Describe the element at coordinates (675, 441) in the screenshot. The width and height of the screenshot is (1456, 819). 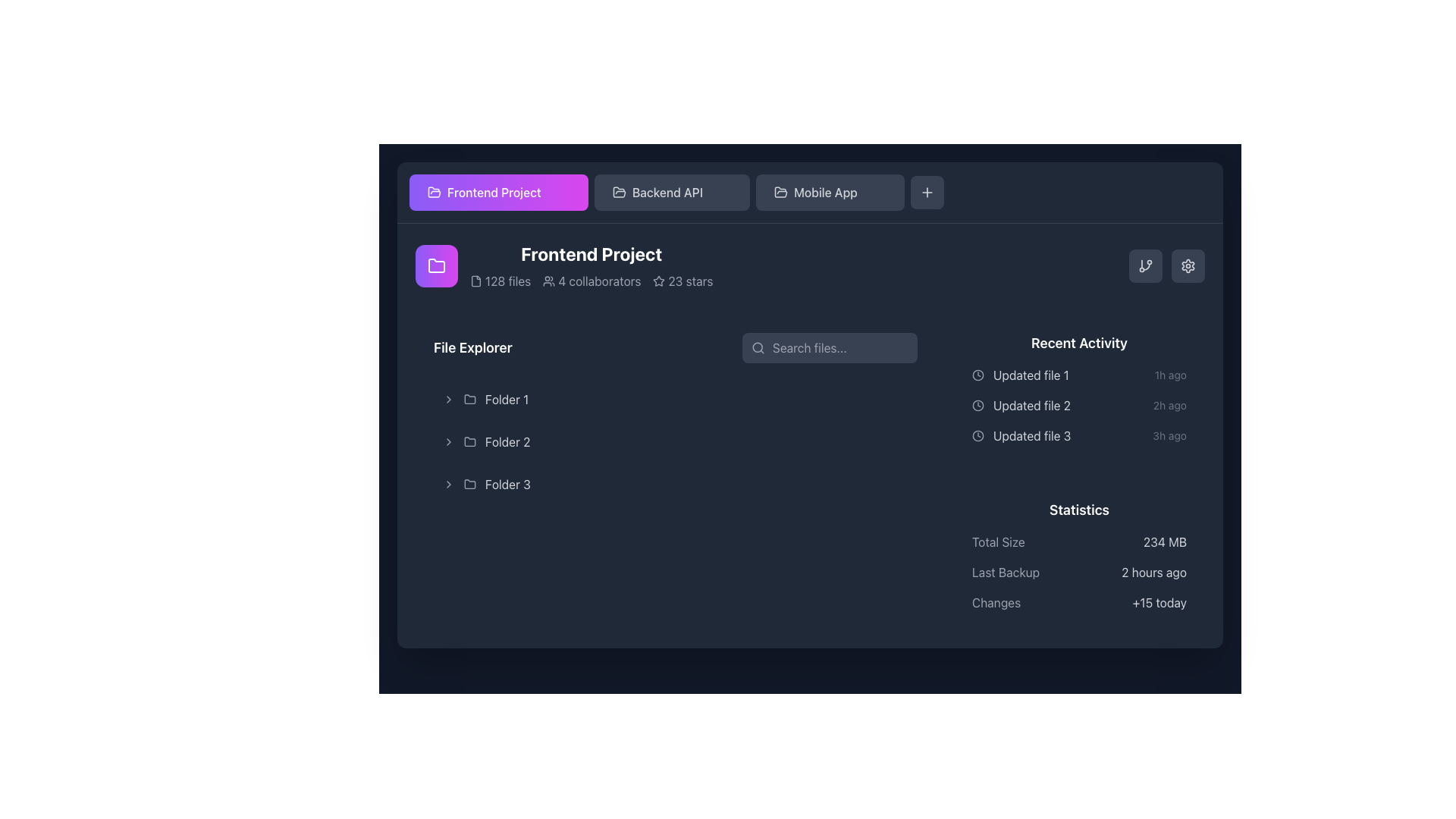
I see `the expandable list item labeled 'Folder 2'` at that location.